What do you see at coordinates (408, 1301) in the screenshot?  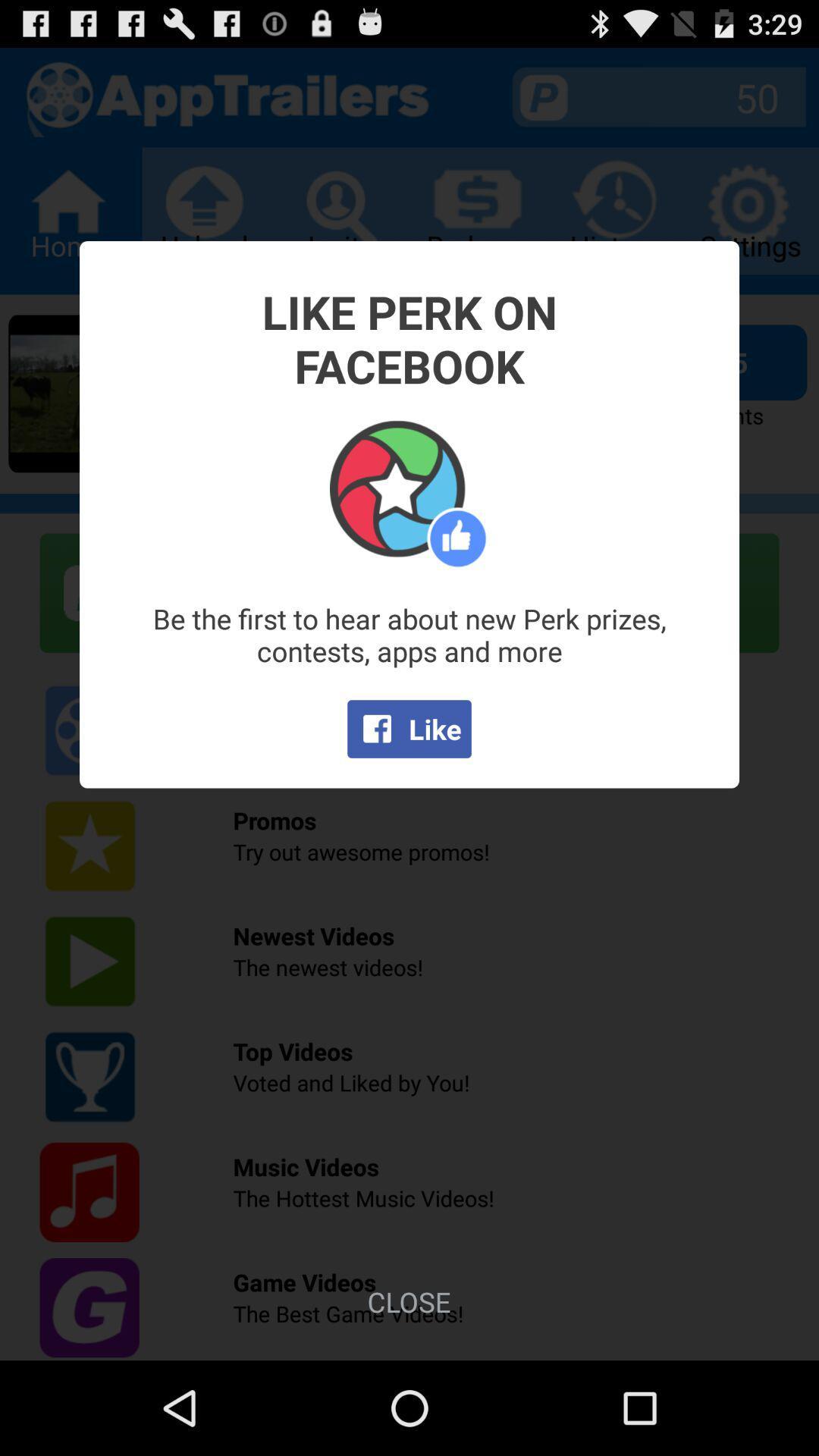 I see `the close app` at bounding box center [408, 1301].